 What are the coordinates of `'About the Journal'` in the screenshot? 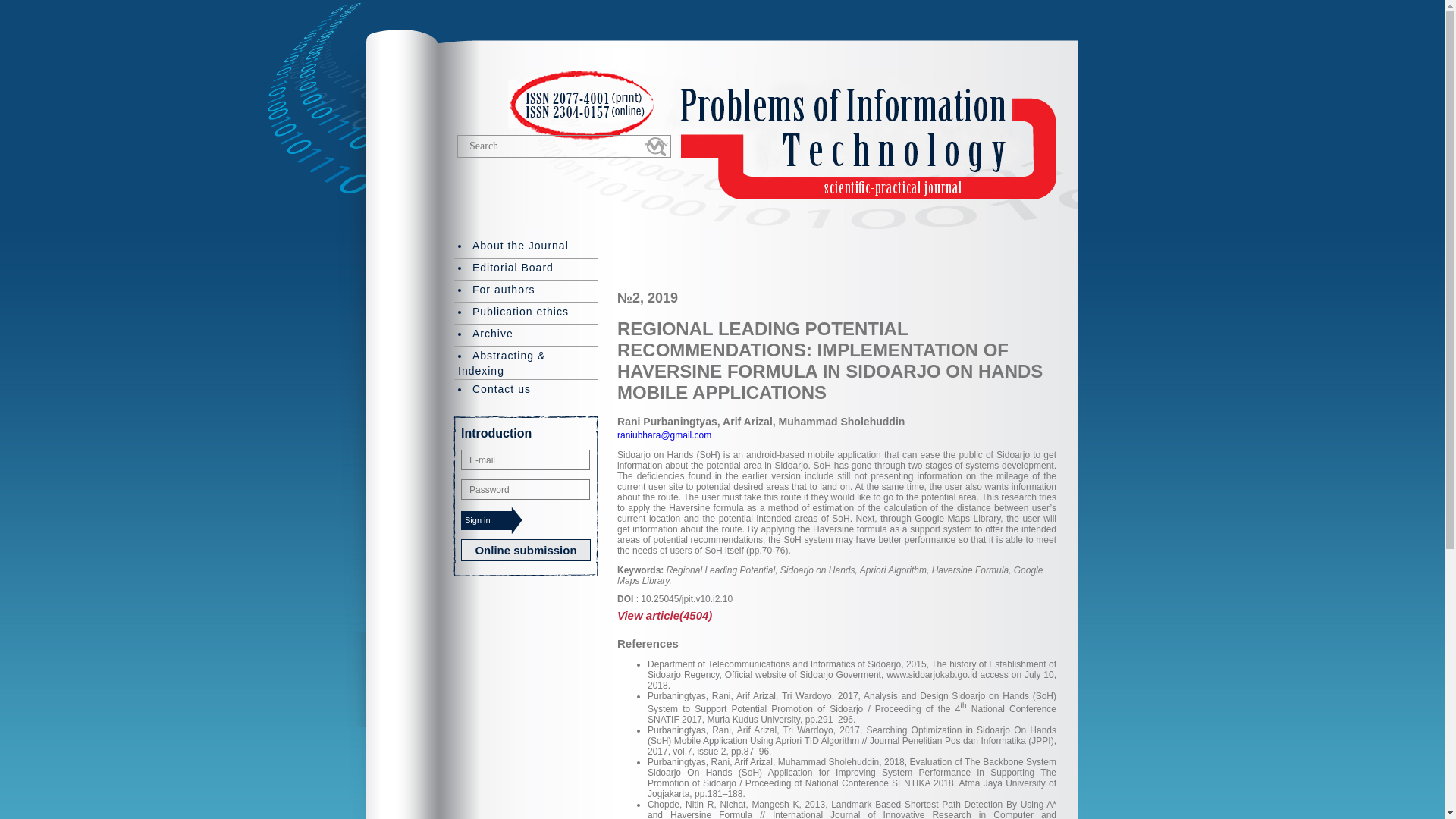 It's located at (526, 246).